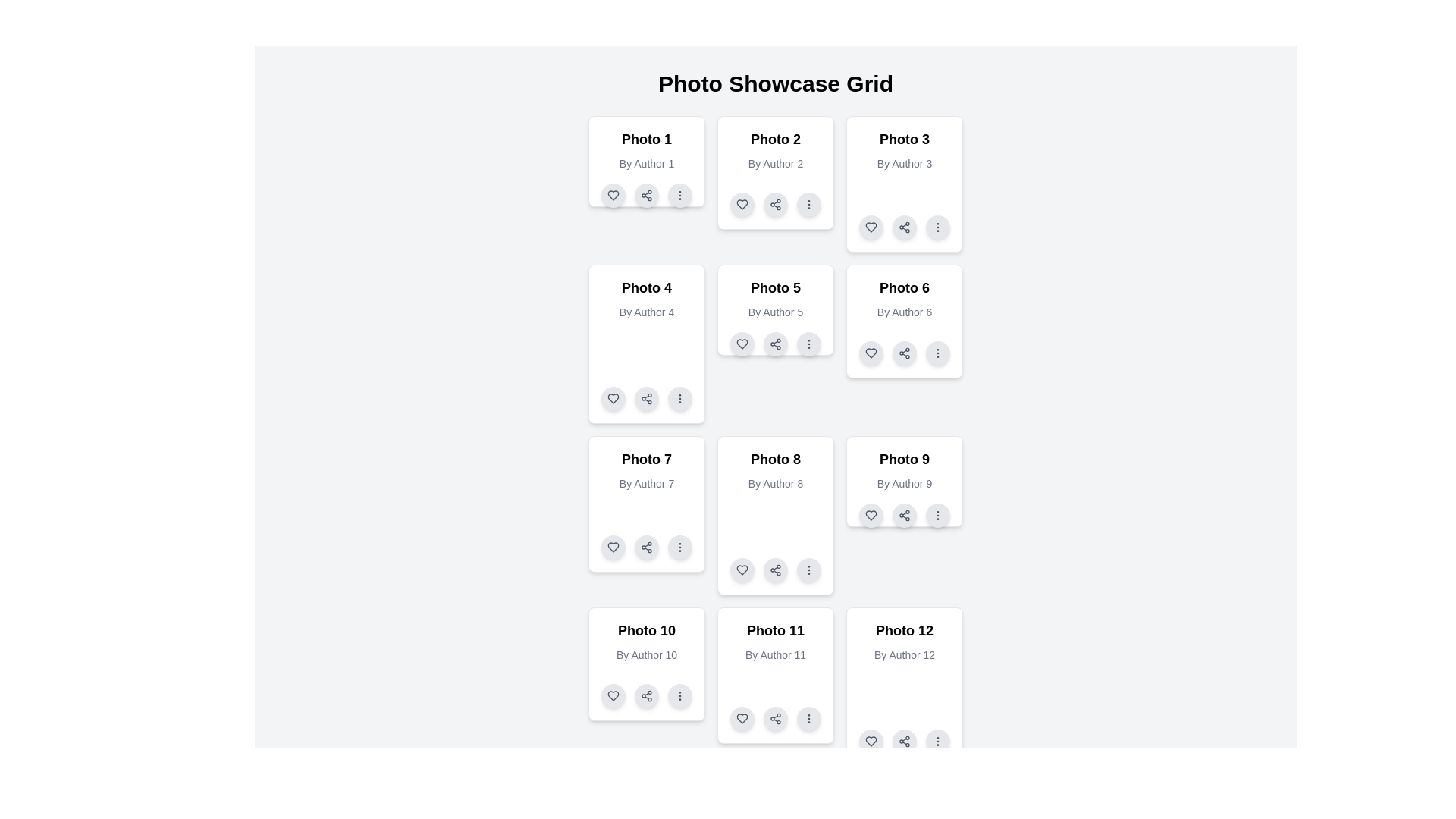  Describe the element at coordinates (808, 570) in the screenshot. I see `the small circular button with a vertical ellipsis icon in the bottom-right of the 'Photo 8' card` at that location.